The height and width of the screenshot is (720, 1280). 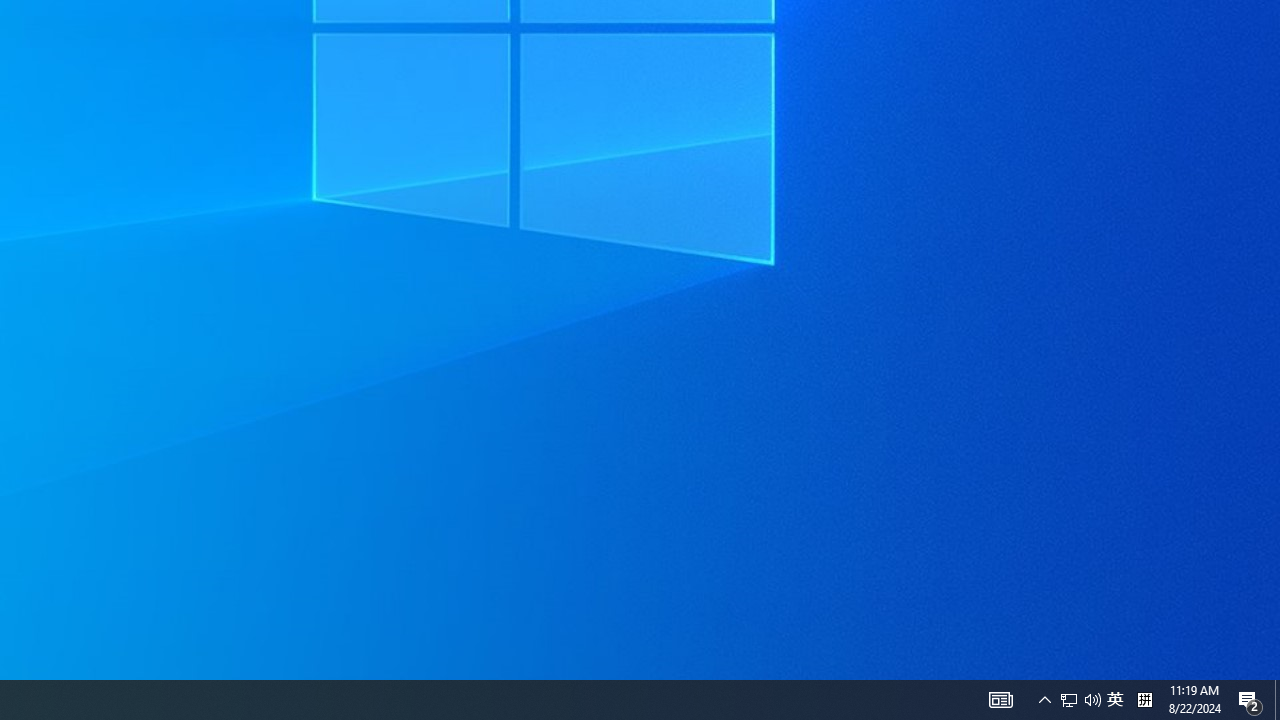 I want to click on 'Q2790: 100%', so click(x=1068, y=698).